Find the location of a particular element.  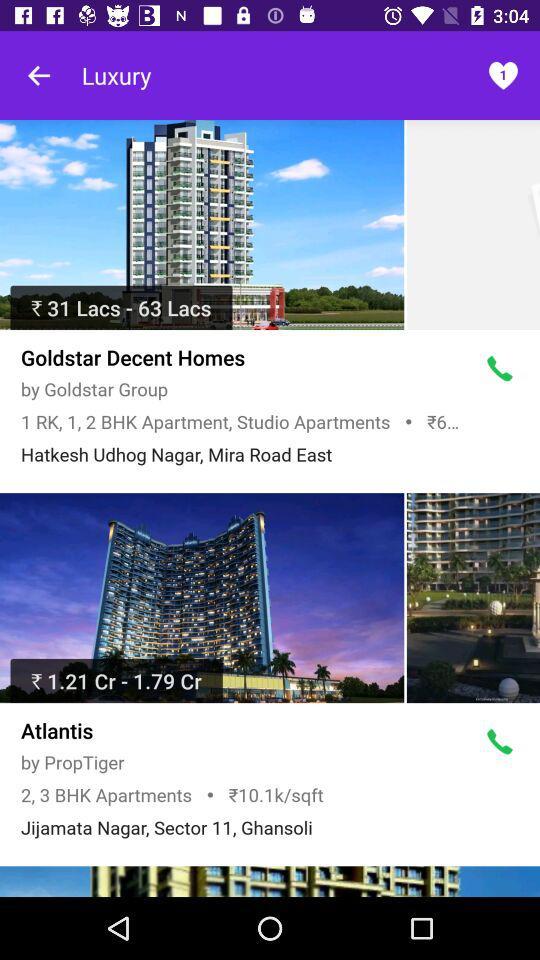

apartments is located at coordinates (202, 225).